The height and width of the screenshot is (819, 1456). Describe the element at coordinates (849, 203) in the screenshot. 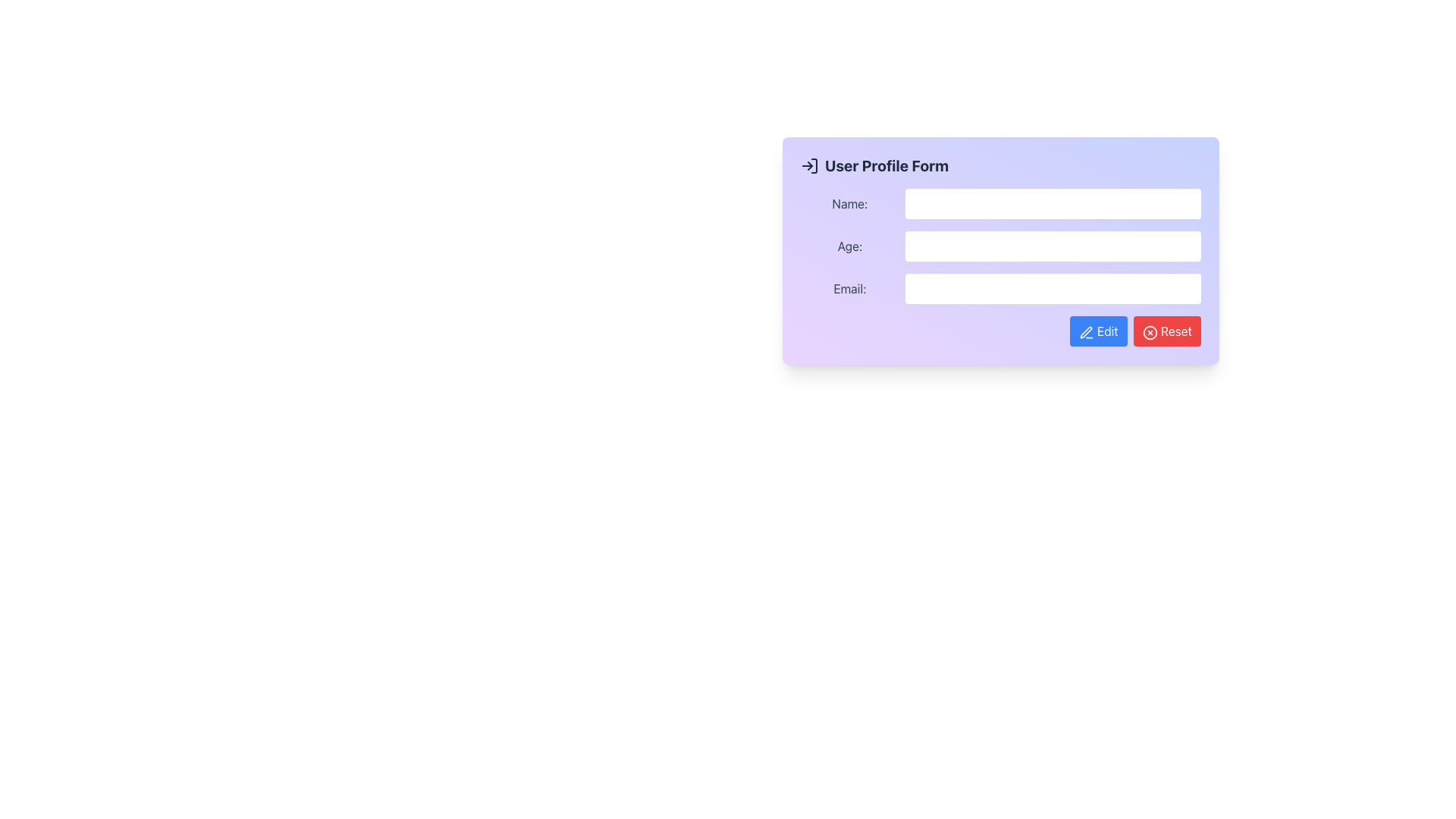

I see `the text label displaying 'Name:' which is styled with light gray color and positioned within the user profile form layout, located to the left of the text input field` at that location.